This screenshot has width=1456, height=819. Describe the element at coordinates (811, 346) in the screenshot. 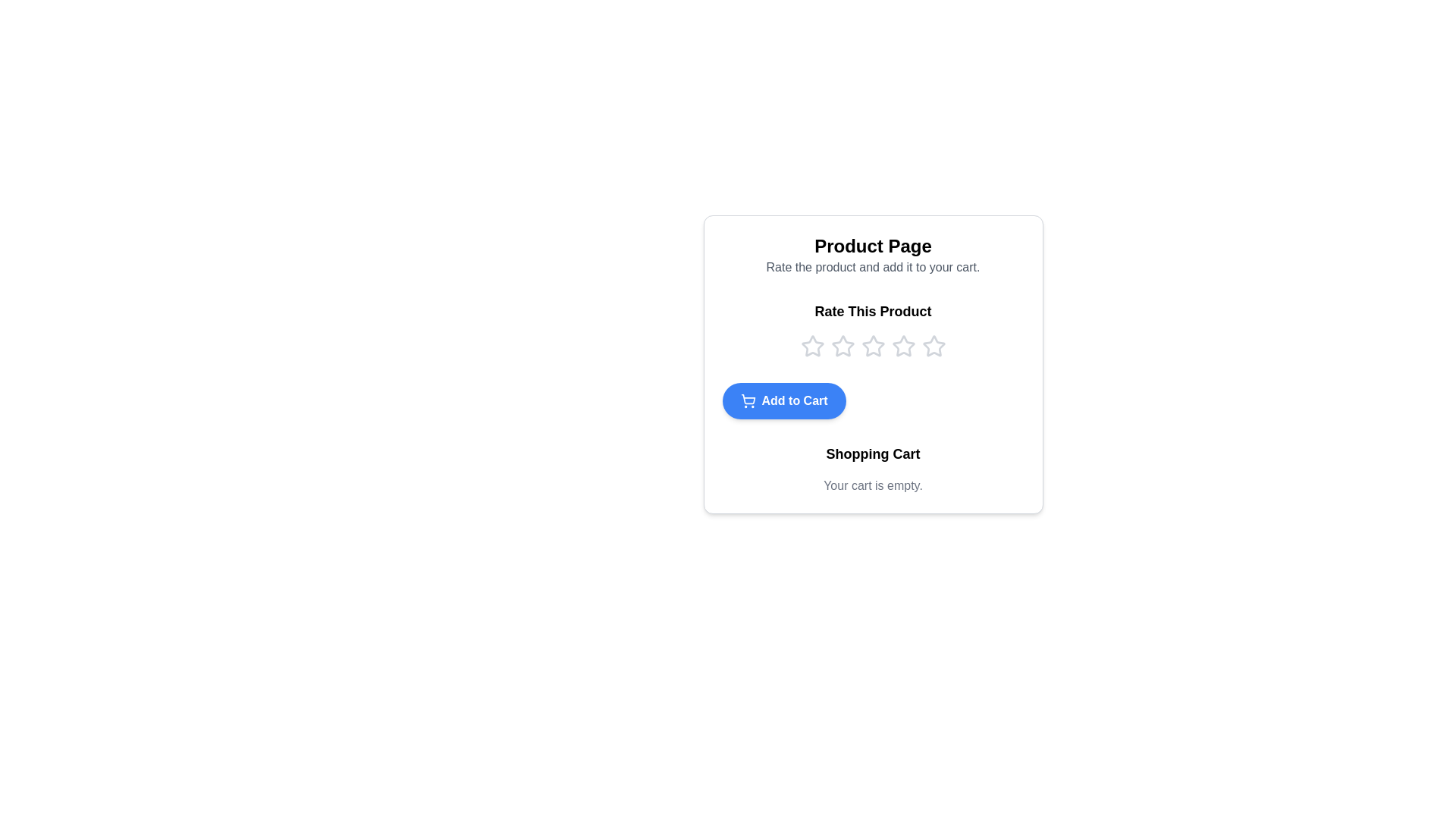

I see `the first interactive star rating icon, which is a hollow star with a thin outline, located beneath the 'Rate This Product' text` at that location.